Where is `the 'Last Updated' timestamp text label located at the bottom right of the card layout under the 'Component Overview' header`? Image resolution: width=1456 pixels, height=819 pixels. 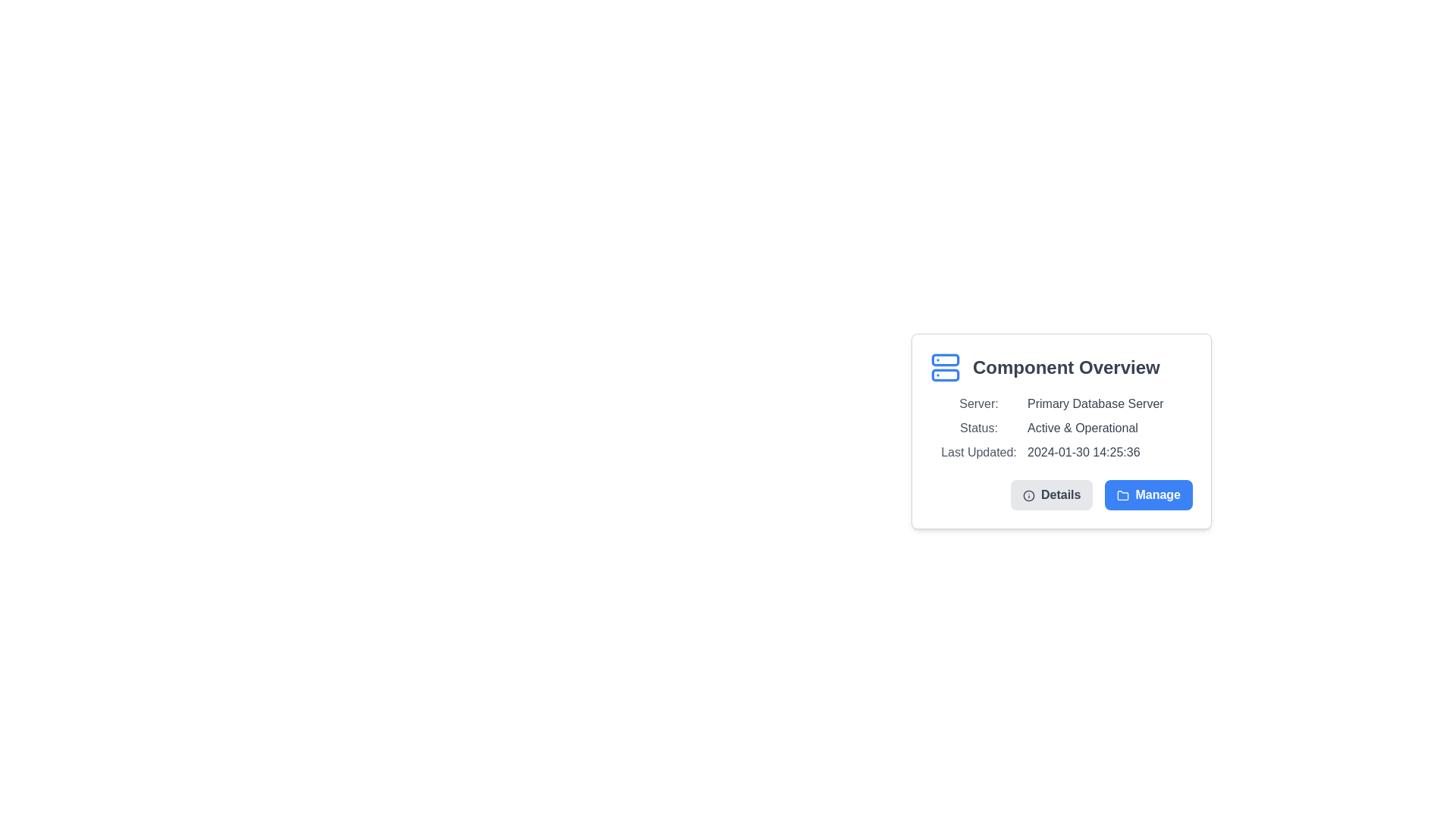 the 'Last Updated' timestamp text label located at the bottom right of the card layout under the 'Component Overview' header is located at coordinates (1083, 452).